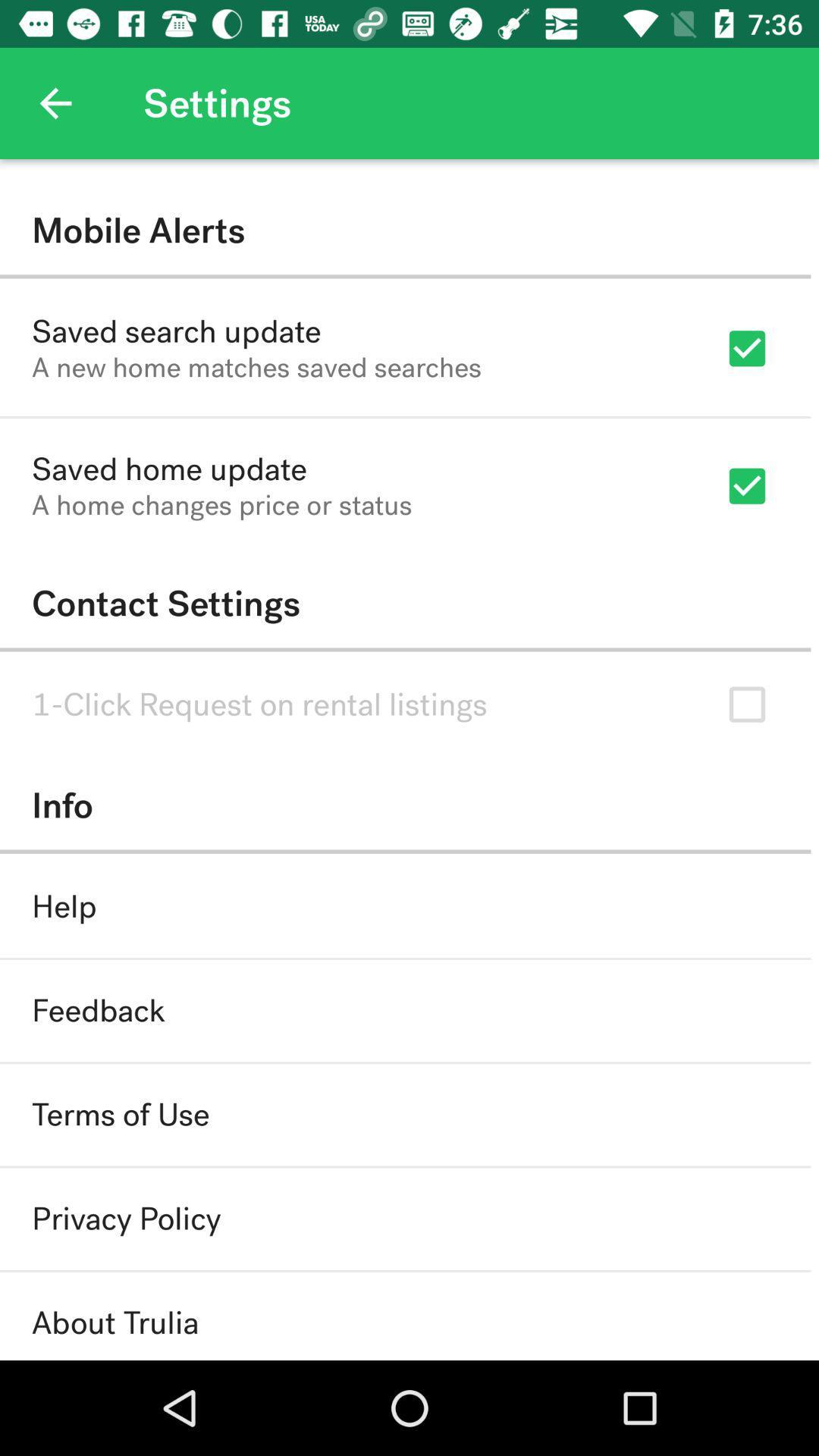 The height and width of the screenshot is (1456, 819). Describe the element at coordinates (259, 704) in the screenshot. I see `item below contact settings item` at that location.